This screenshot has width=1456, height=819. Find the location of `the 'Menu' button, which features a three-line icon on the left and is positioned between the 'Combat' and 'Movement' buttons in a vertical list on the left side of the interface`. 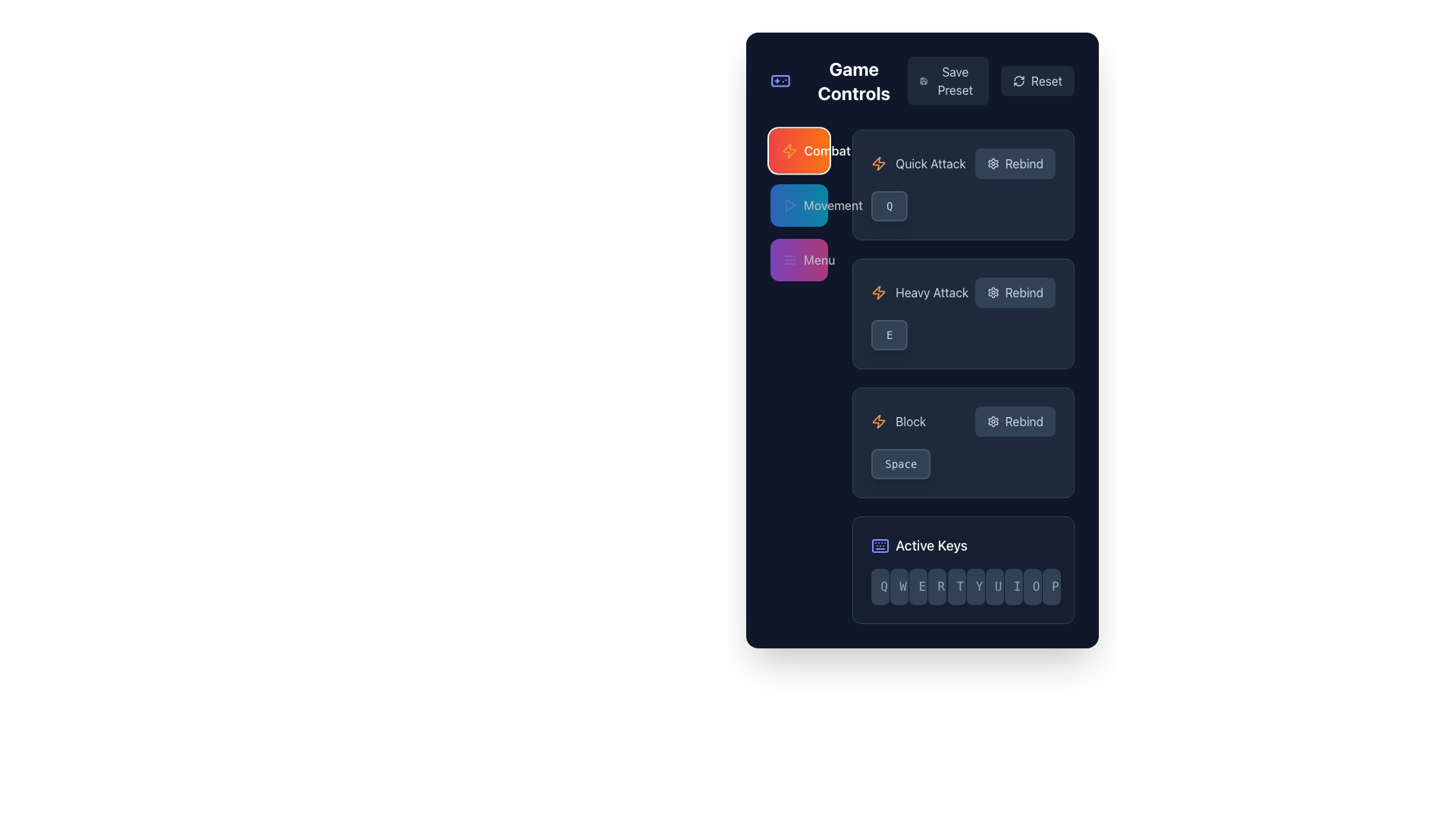

the 'Menu' button, which features a three-line icon on the left and is positioned between the 'Combat' and 'Movement' buttons in a vertical list on the left side of the interface is located at coordinates (799, 259).